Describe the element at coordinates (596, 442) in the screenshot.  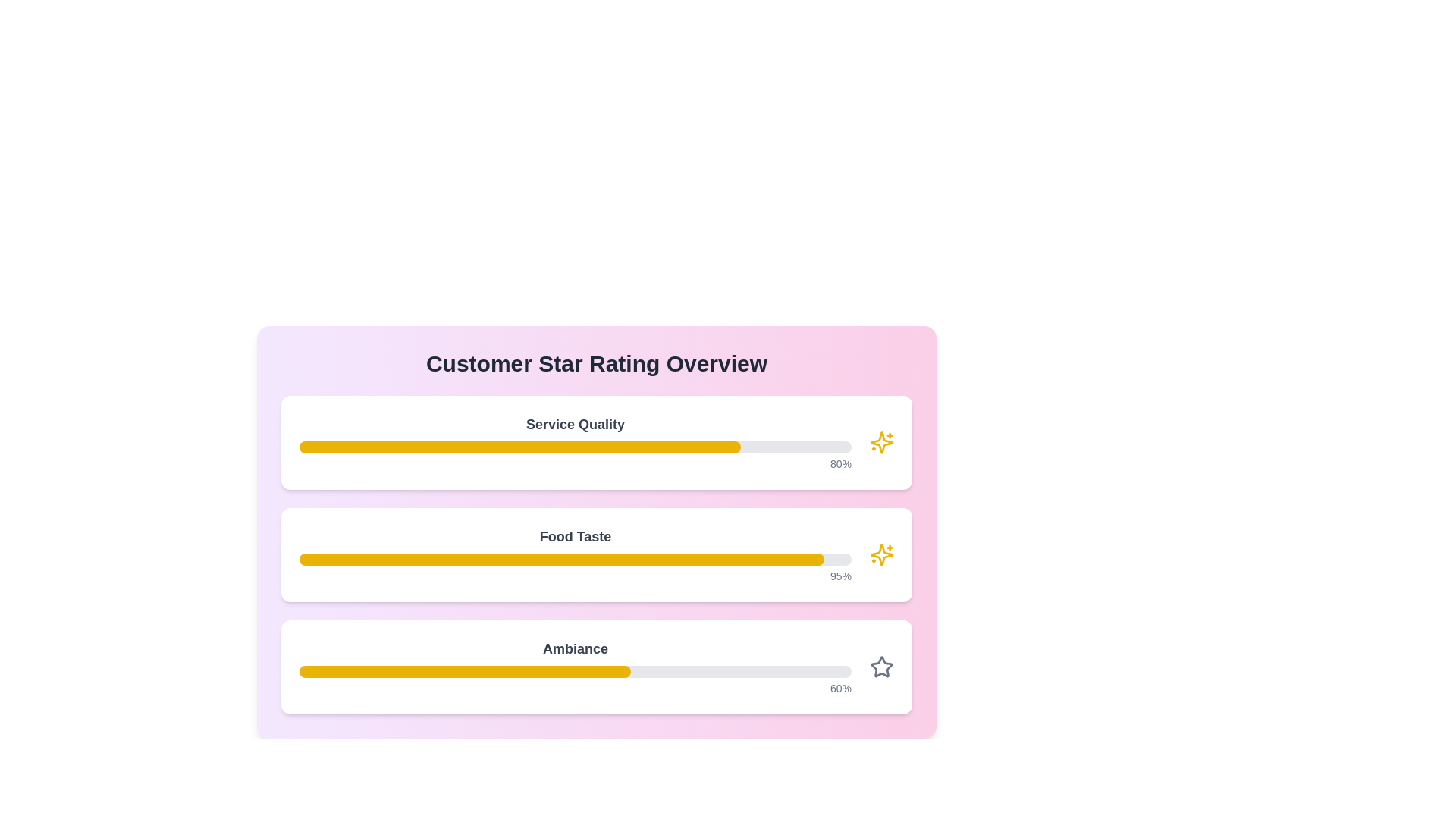
I see `displayed percentage value from the 'Service Quality' progress bar, which is filled to about 80% and has the title 'Service Quality' above it` at that location.